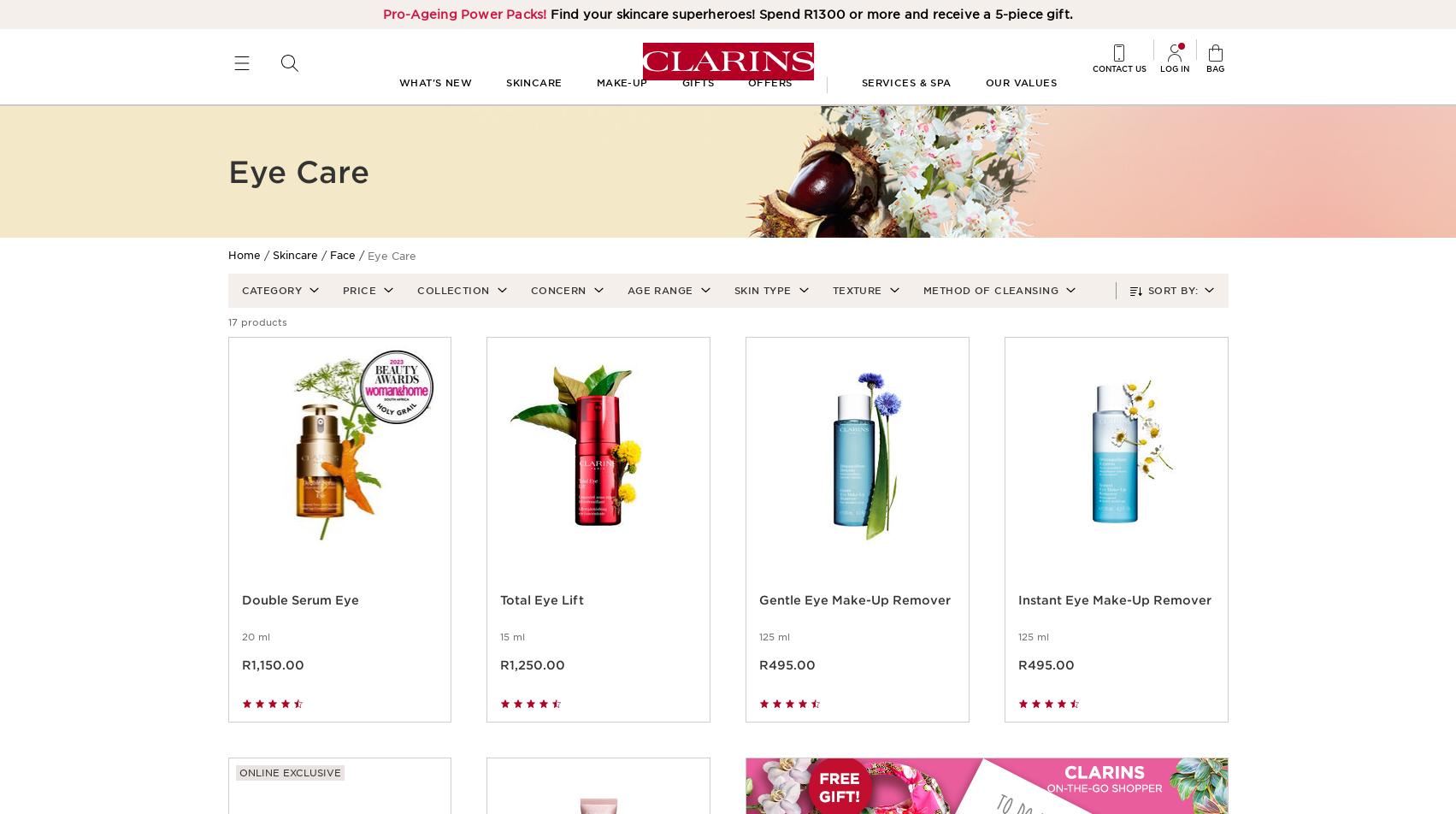  What do you see at coordinates (540, 620) in the screenshot?
I see `'Total Eye Lift'` at bounding box center [540, 620].